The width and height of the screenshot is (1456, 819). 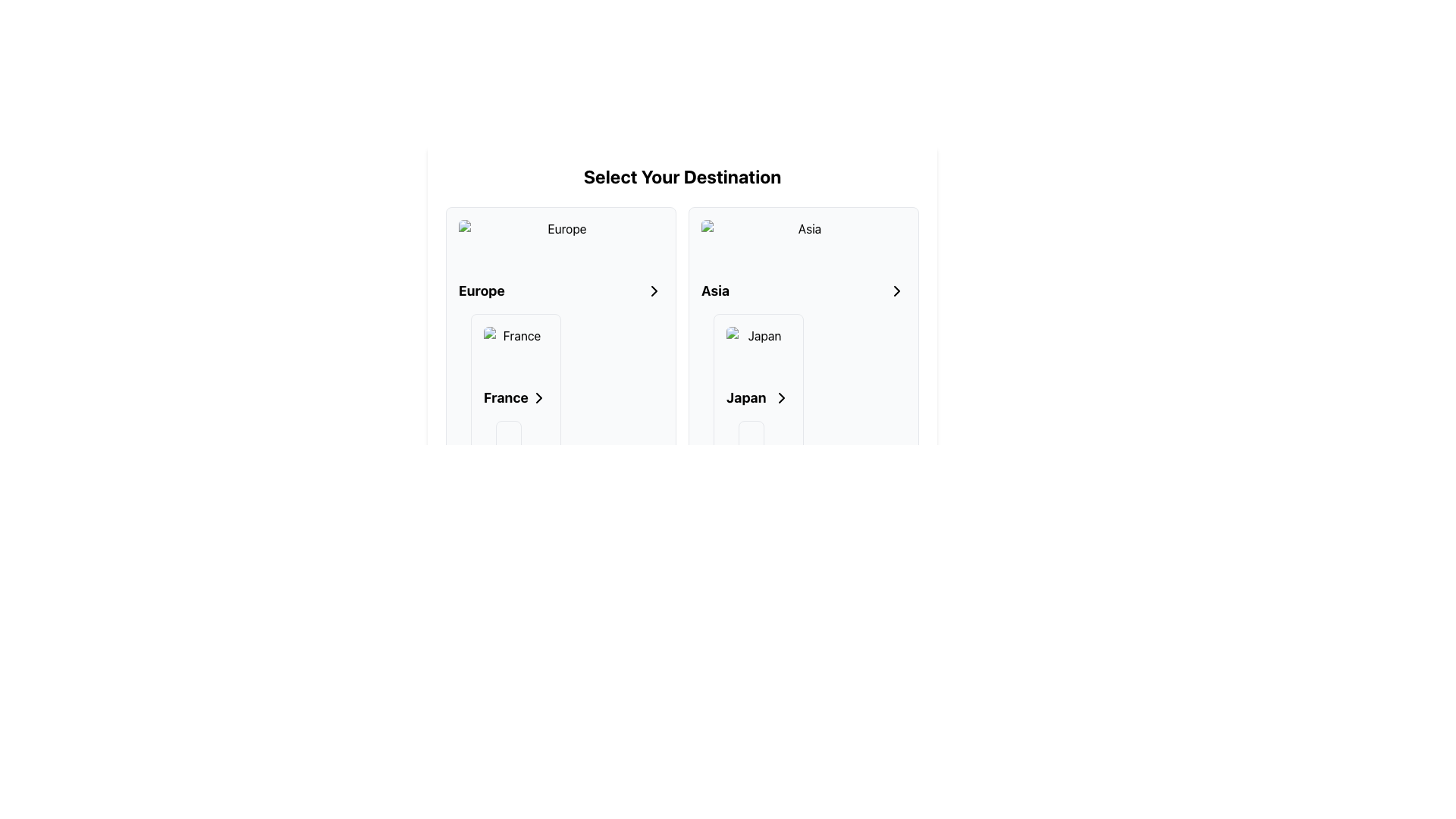 I want to click on the 'France' button located below the 'Europe' header, so click(x=566, y=427).